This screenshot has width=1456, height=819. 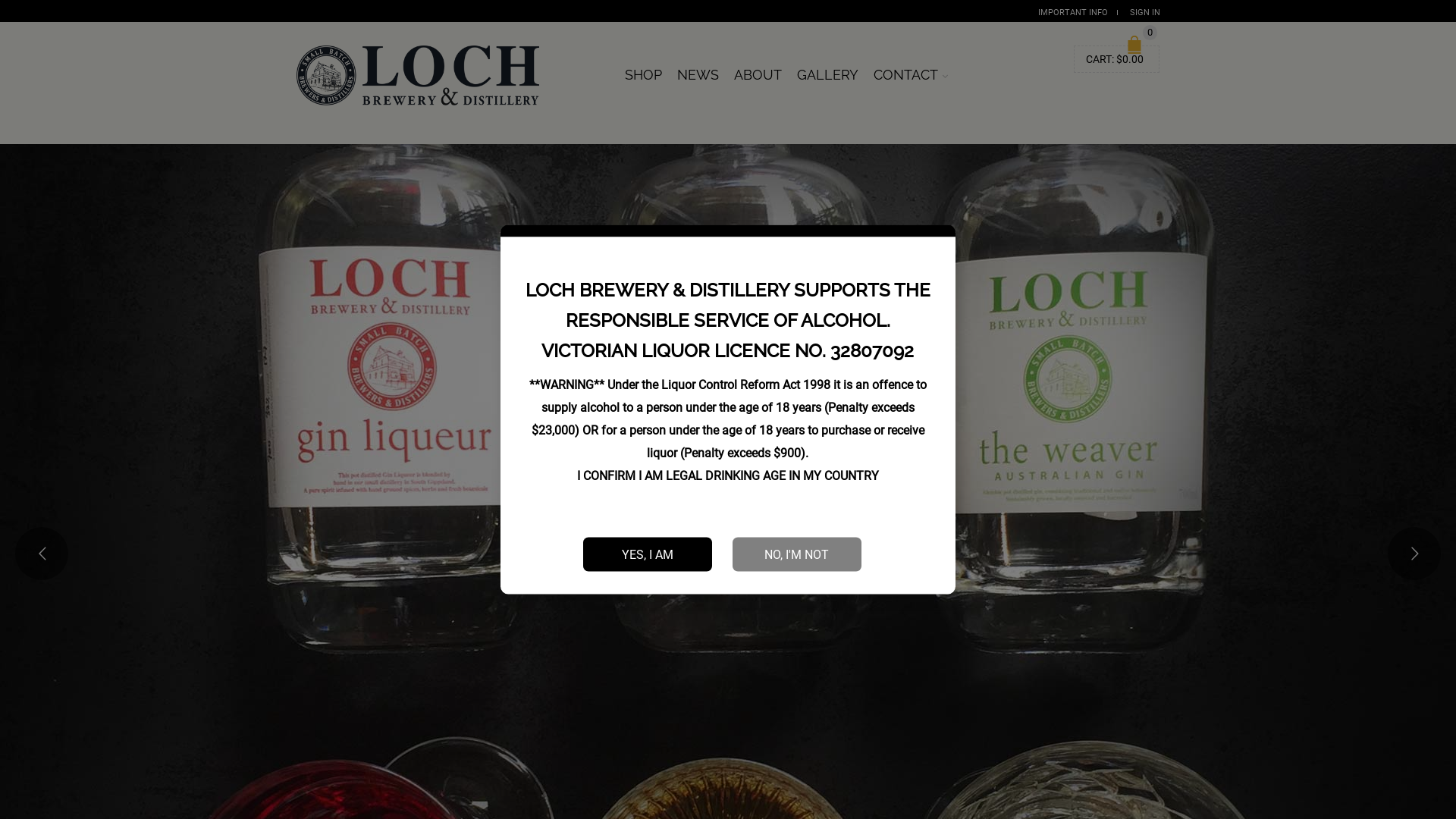 I want to click on 'SIGN IN', so click(x=1145, y=12).